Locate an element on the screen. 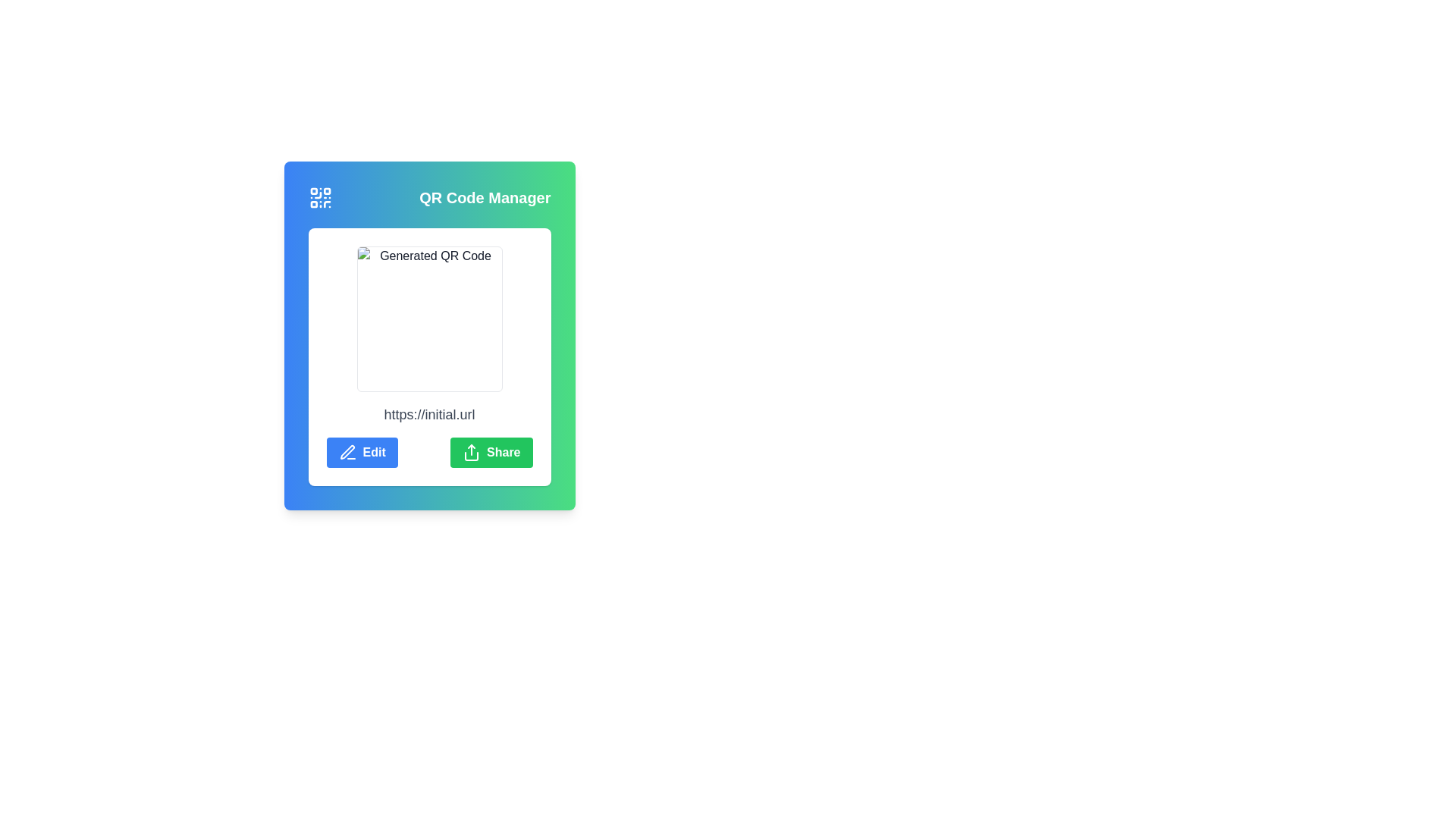 The height and width of the screenshot is (819, 1456). the share icon element, which is part of an SVG representing data or content sharing functionality, located at the specified center coordinates is located at coordinates (471, 455).